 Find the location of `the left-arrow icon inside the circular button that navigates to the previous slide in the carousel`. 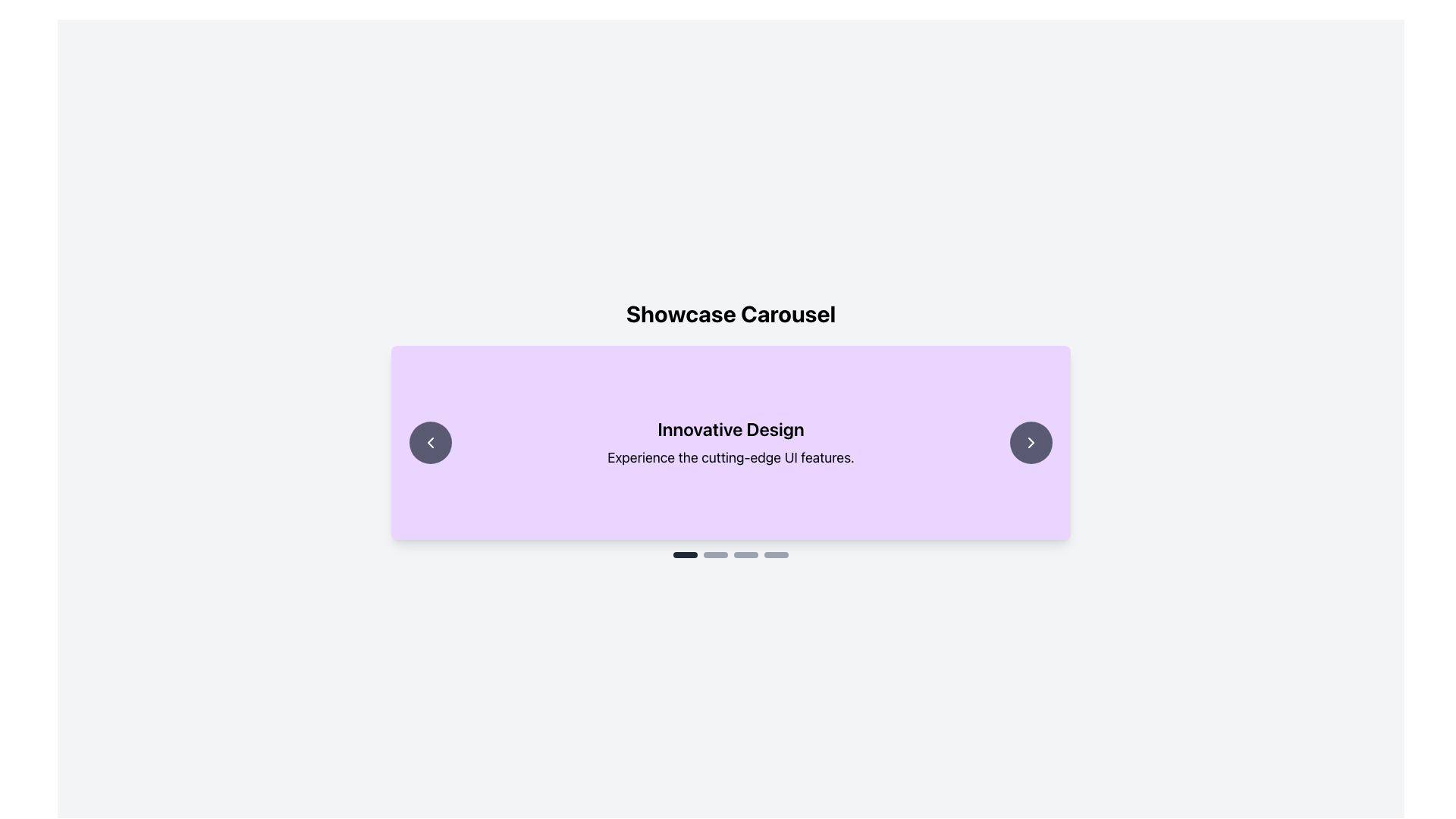

the left-arrow icon inside the circular button that navigates to the previous slide in the carousel is located at coordinates (429, 442).